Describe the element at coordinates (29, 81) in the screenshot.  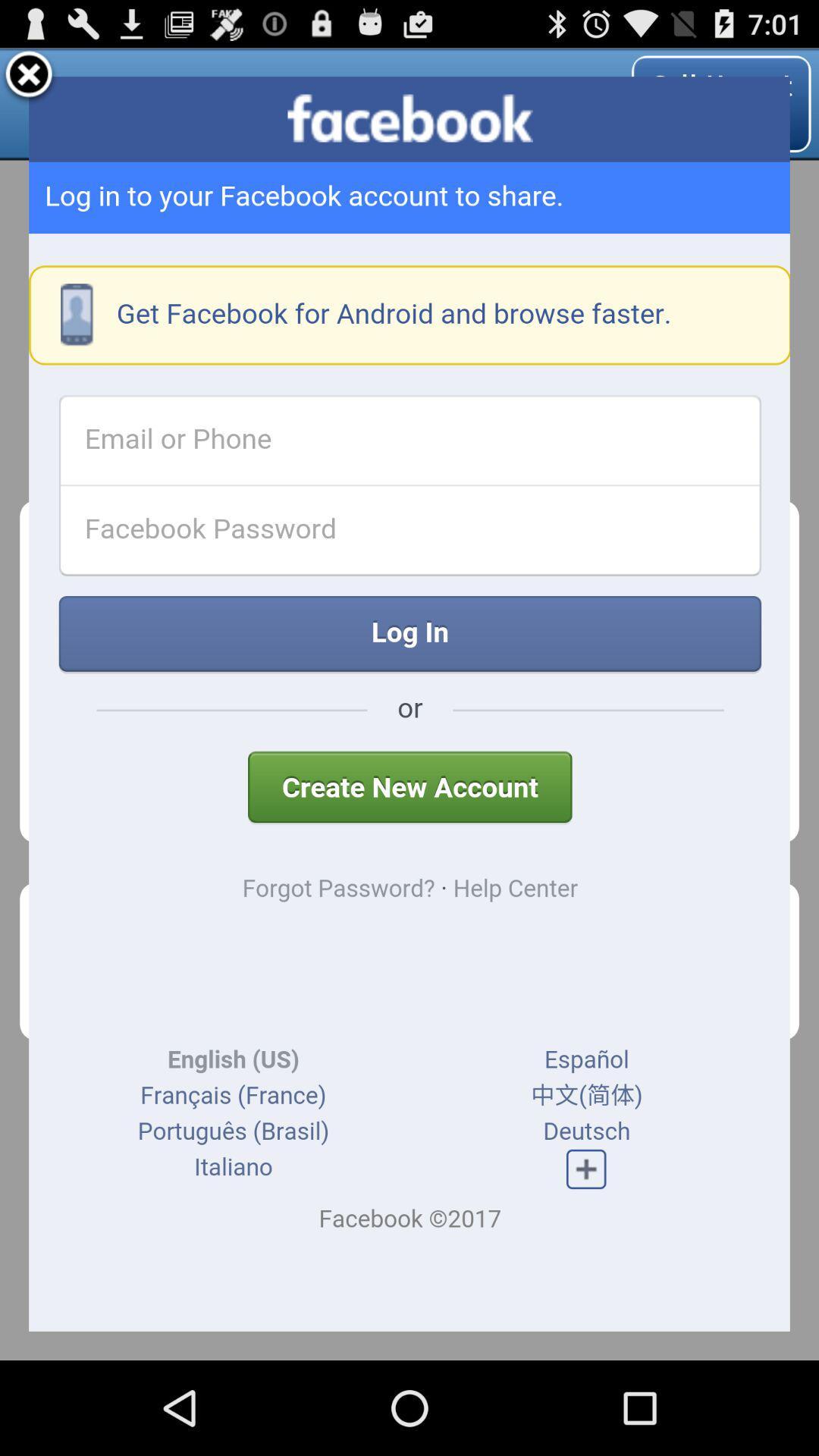
I see `the close icon` at that location.